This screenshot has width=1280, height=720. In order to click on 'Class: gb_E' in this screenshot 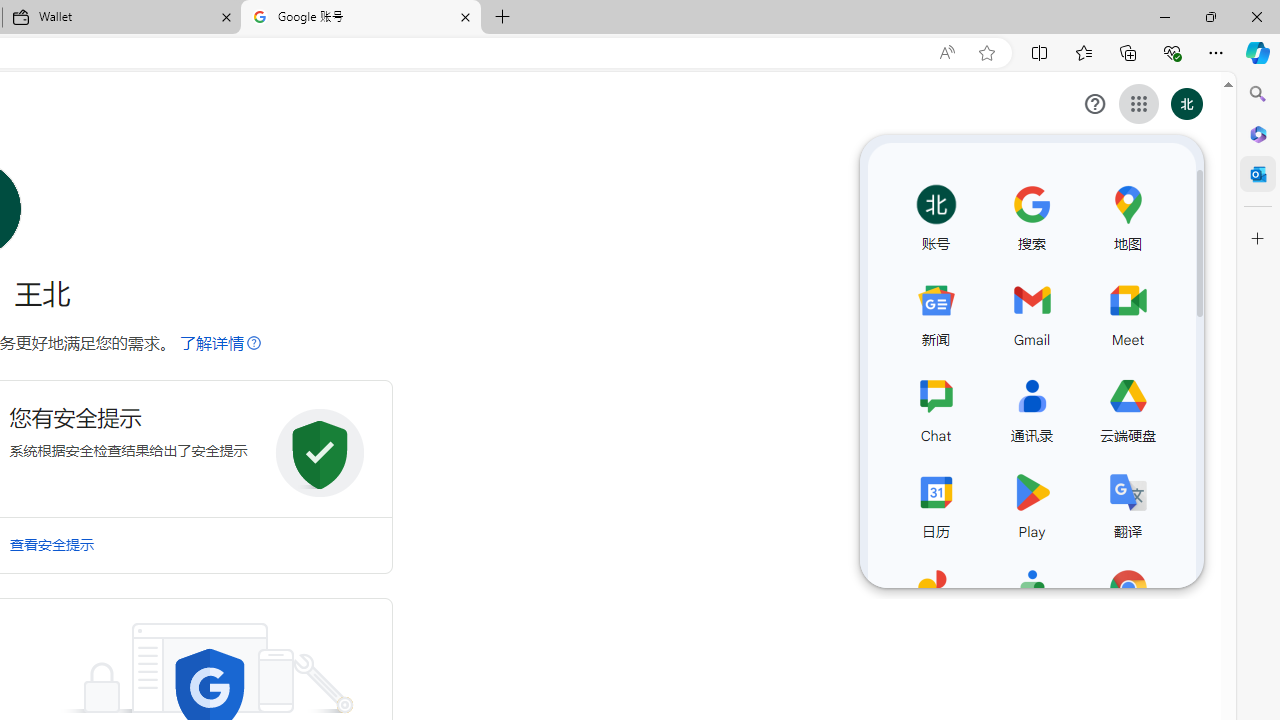, I will do `click(1138, 104)`.